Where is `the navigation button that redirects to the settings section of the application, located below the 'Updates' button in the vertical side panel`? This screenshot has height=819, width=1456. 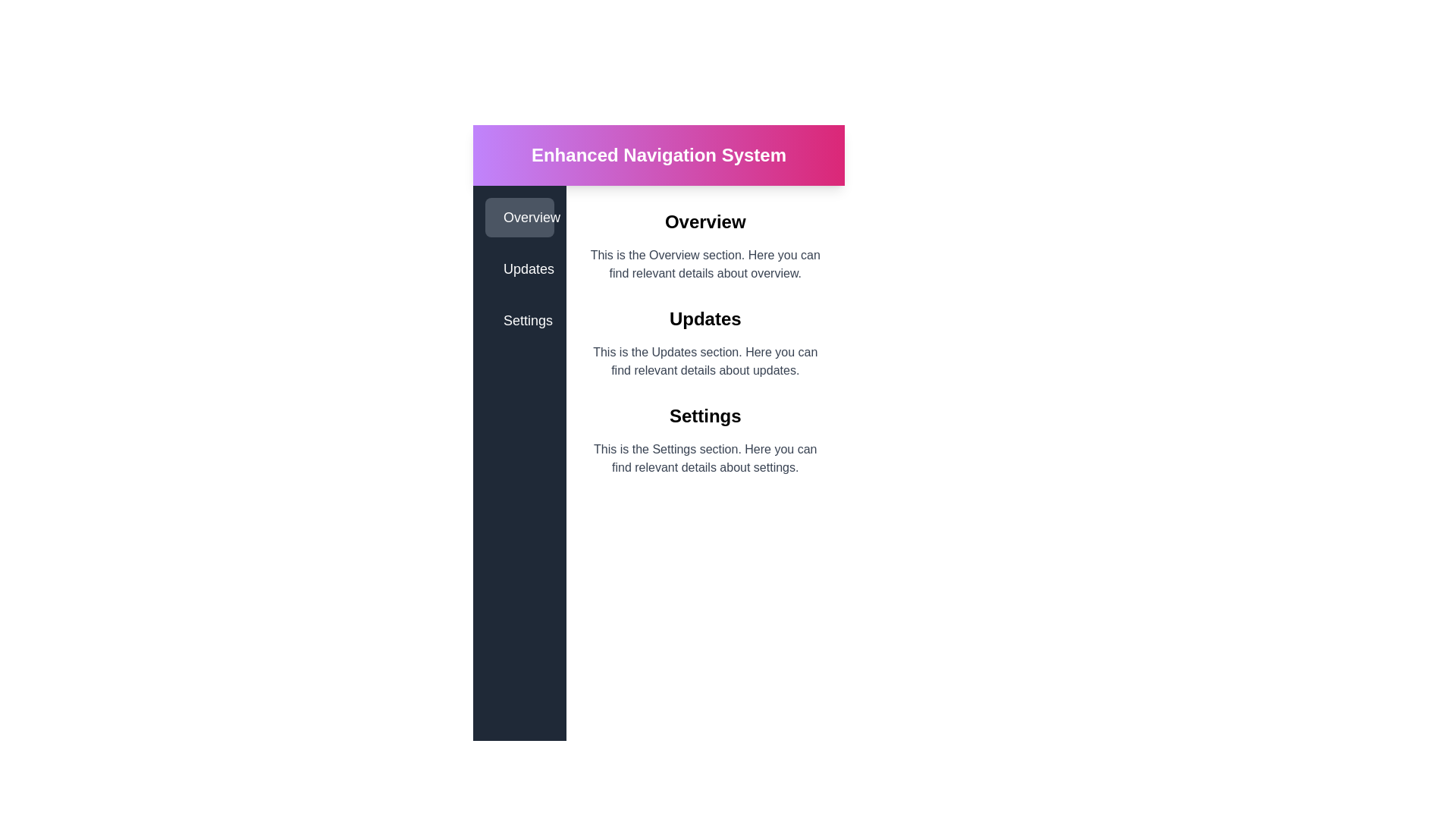 the navigation button that redirects to the settings section of the application, located below the 'Updates' button in the vertical side panel is located at coordinates (519, 320).